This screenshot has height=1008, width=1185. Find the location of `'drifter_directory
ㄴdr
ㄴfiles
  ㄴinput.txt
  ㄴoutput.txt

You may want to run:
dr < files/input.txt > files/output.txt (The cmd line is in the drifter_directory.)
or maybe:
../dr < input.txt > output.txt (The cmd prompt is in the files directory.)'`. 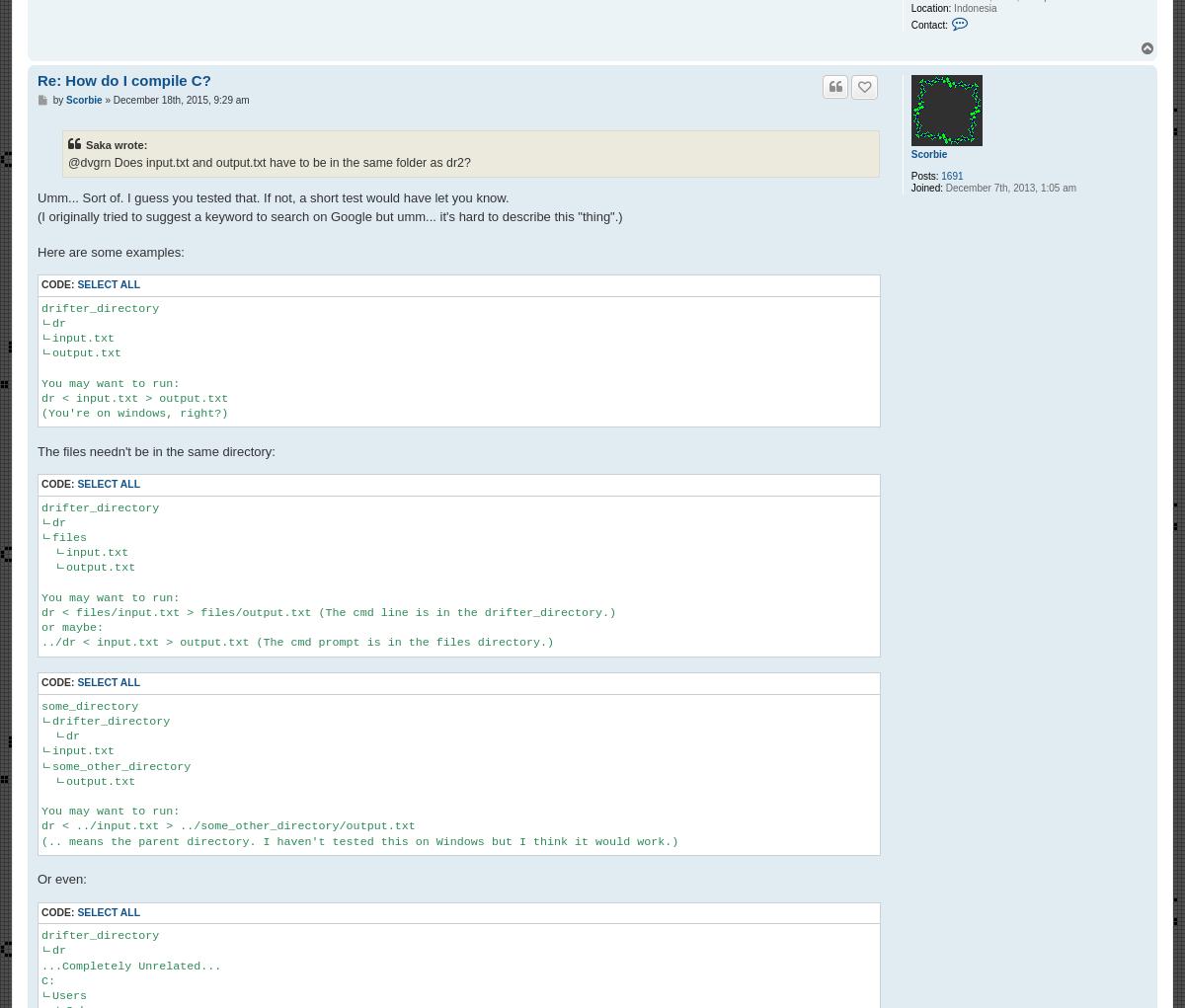

'drifter_directory
ㄴdr
ㄴfiles
  ㄴinput.txt
  ㄴoutput.txt

You may want to run:
dr < files/input.txt > files/output.txt (The cmd line is in the drifter_directory.)
or maybe:
../dr < input.txt > output.txt (The cmd prompt is in the files directory.)' is located at coordinates (41, 574).